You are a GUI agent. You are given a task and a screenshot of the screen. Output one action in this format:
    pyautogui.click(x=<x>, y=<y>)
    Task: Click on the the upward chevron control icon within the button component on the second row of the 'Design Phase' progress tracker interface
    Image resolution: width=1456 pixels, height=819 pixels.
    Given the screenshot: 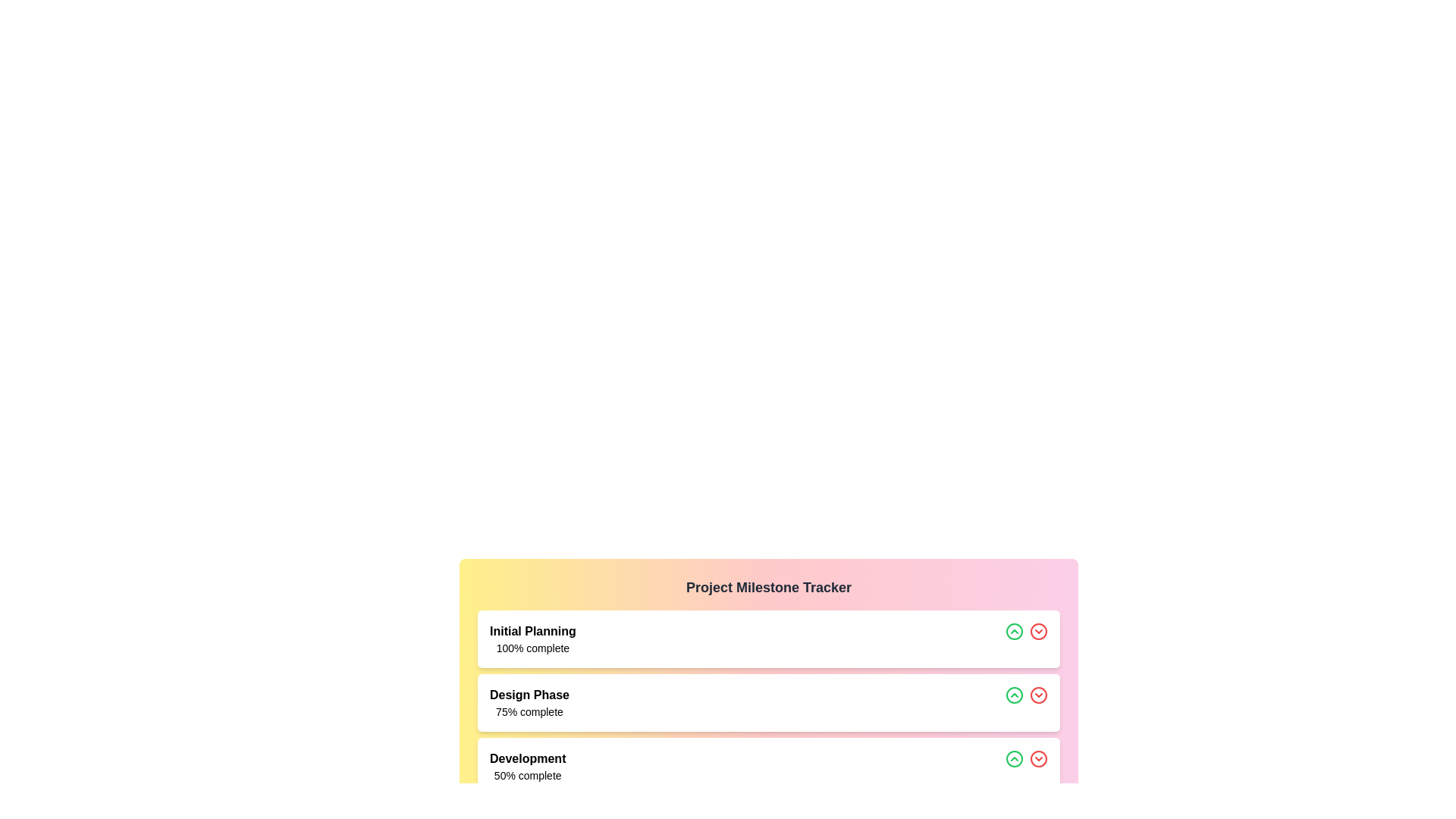 What is the action you would take?
    pyautogui.click(x=1015, y=632)
    